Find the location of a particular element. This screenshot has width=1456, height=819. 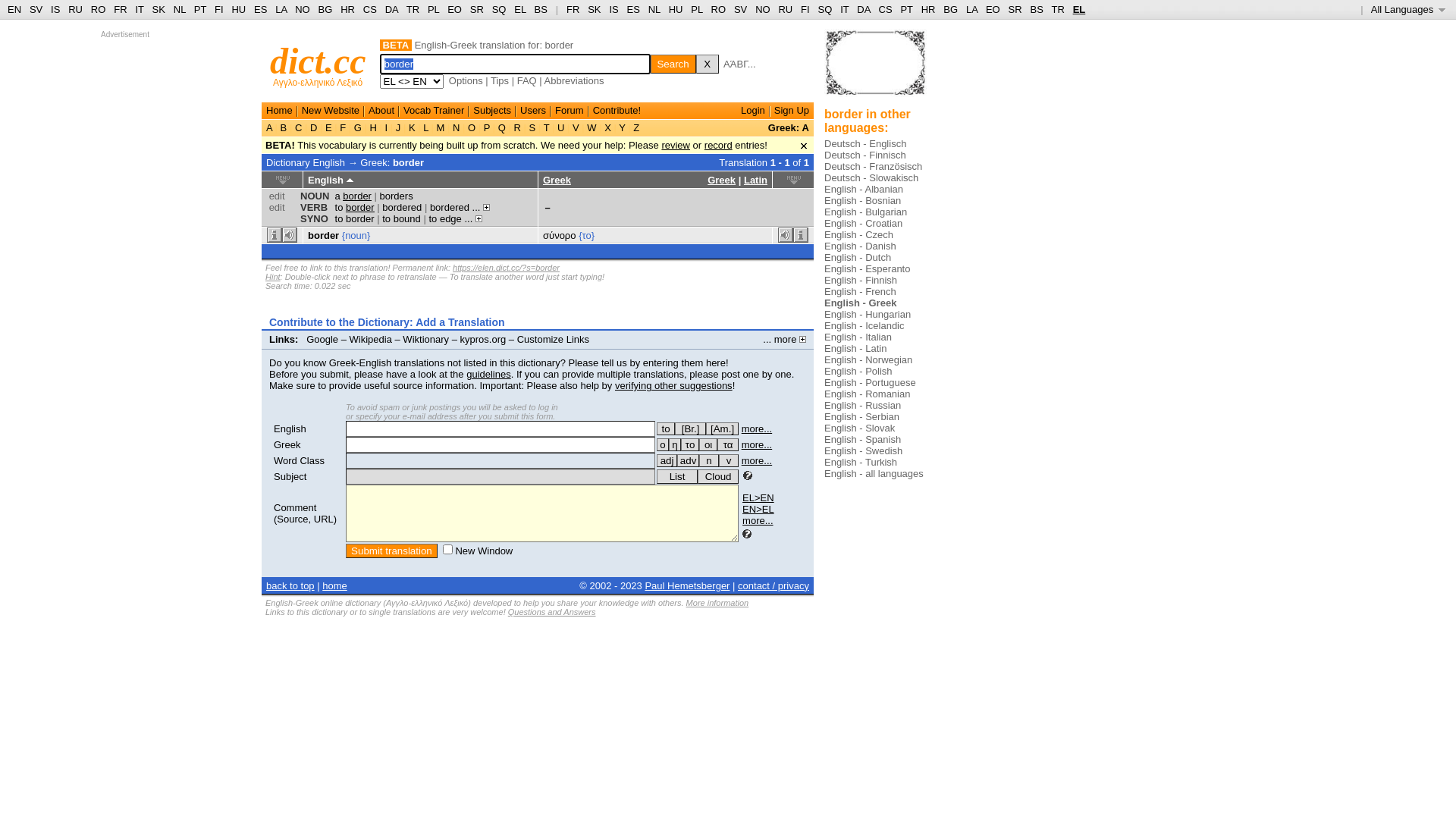

'F' is located at coordinates (337, 127).